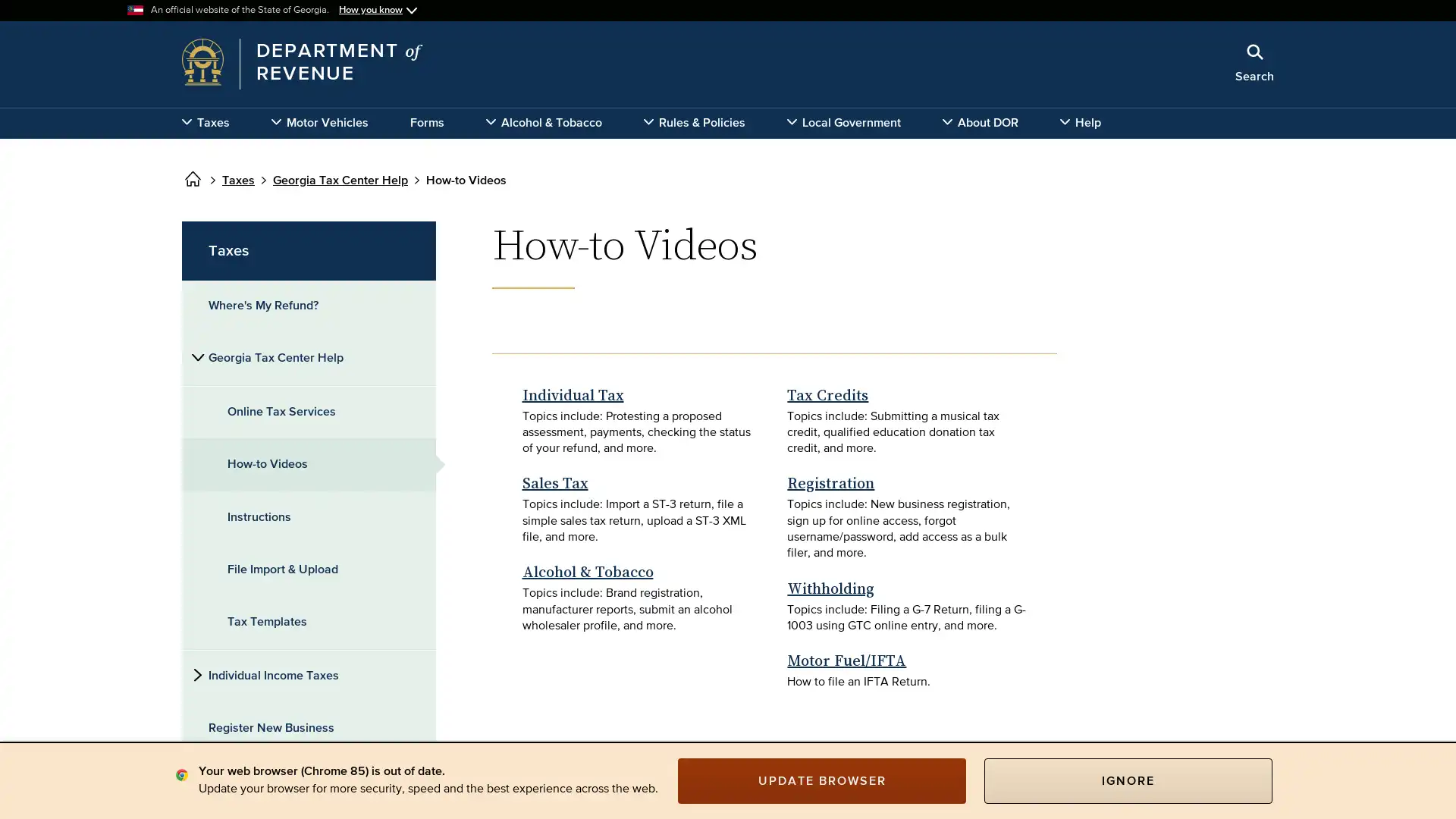 The height and width of the screenshot is (819, 1456). Describe the element at coordinates (1257, 47) in the screenshot. I see `Close` at that location.